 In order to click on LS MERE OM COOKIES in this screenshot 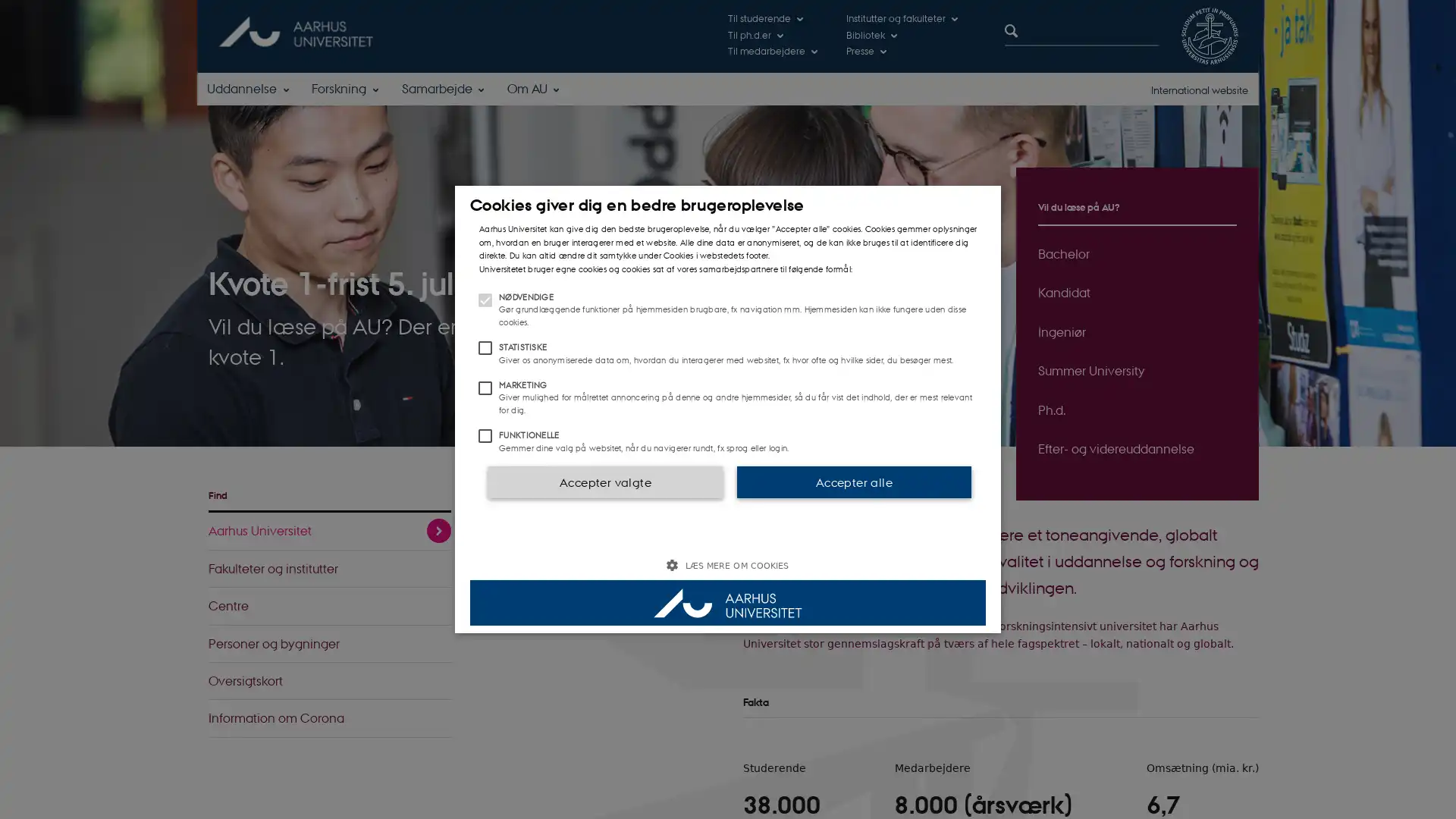, I will do `click(728, 565)`.